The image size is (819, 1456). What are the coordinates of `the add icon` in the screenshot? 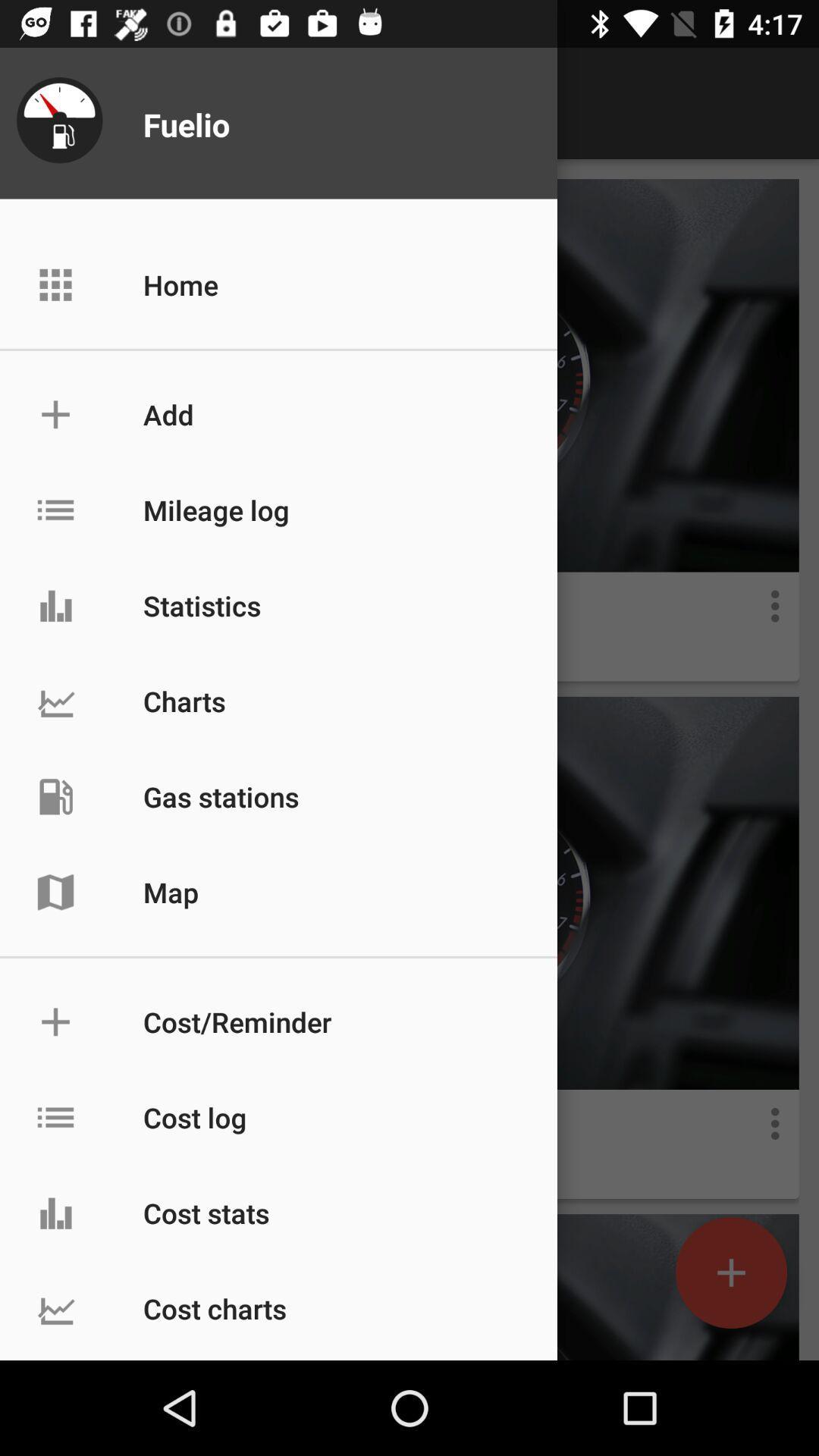 It's located at (730, 1272).